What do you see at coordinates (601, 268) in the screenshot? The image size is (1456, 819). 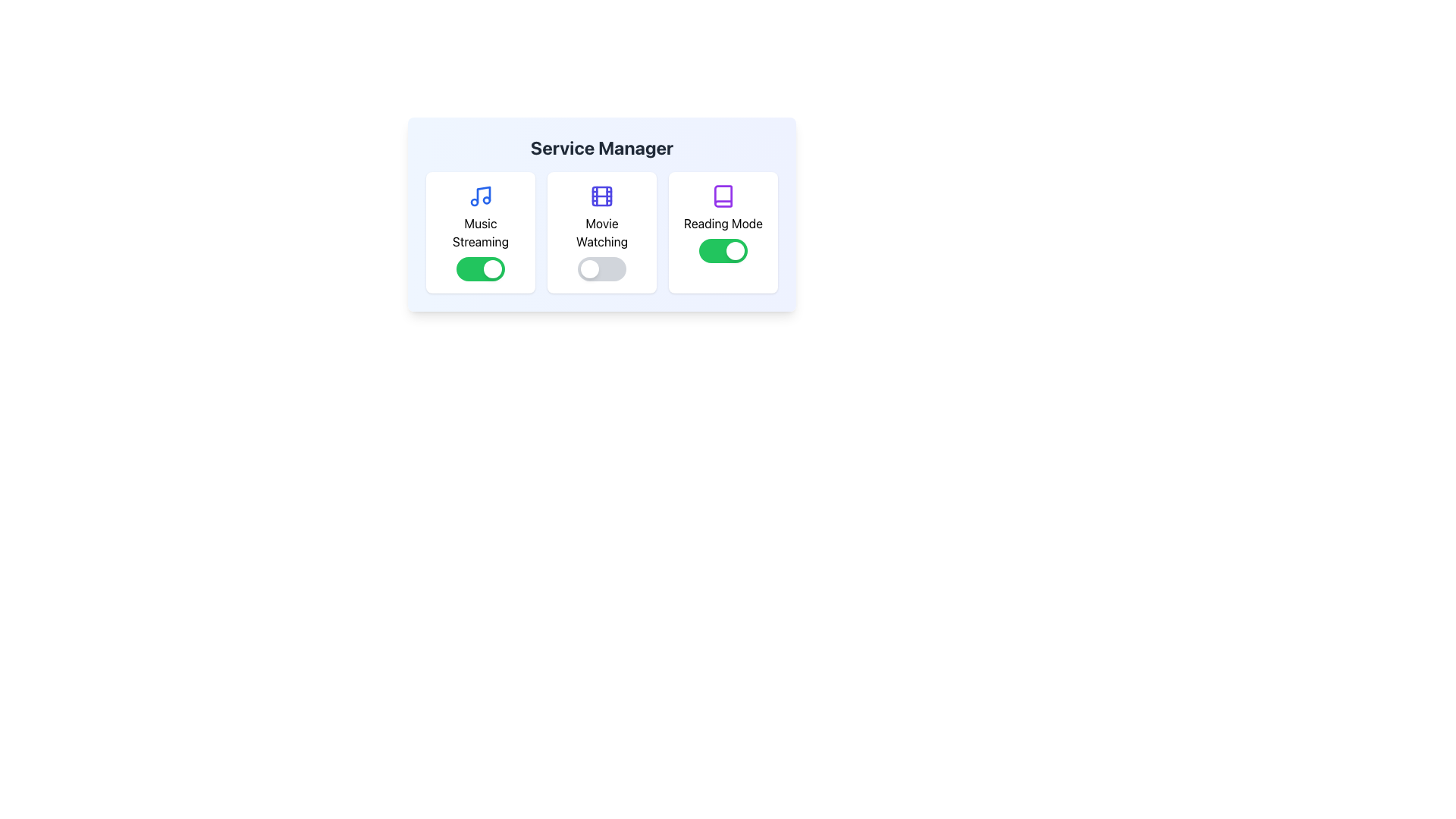 I see `the toggle switch used to enable or disable the 'Movie Watching' service, located under the 'Movie Watching' title in the 'Service Manager' section` at bounding box center [601, 268].